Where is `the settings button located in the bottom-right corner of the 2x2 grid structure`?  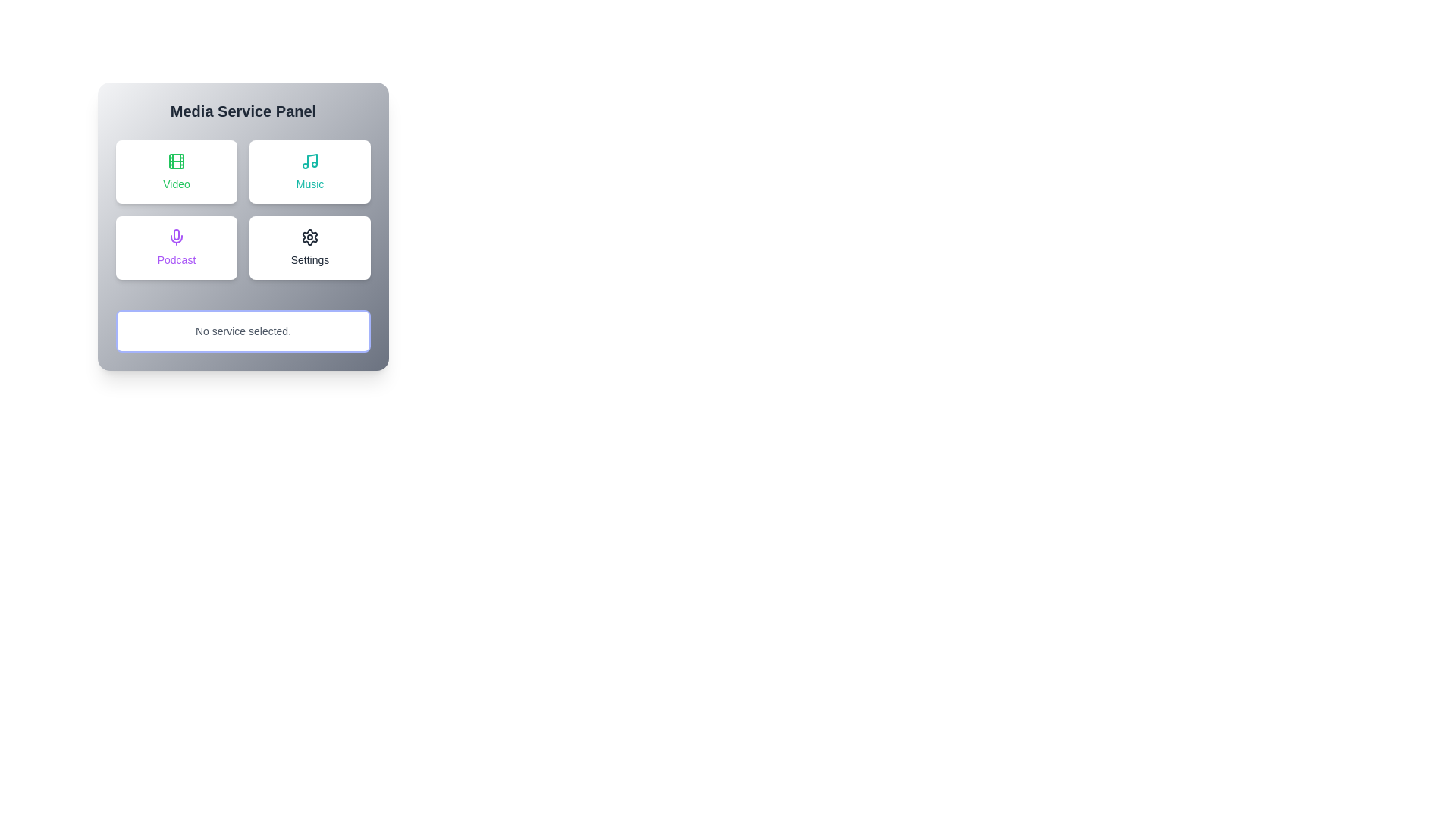 the settings button located in the bottom-right corner of the 2x2 grid structure is located at coordinates (309, 247).